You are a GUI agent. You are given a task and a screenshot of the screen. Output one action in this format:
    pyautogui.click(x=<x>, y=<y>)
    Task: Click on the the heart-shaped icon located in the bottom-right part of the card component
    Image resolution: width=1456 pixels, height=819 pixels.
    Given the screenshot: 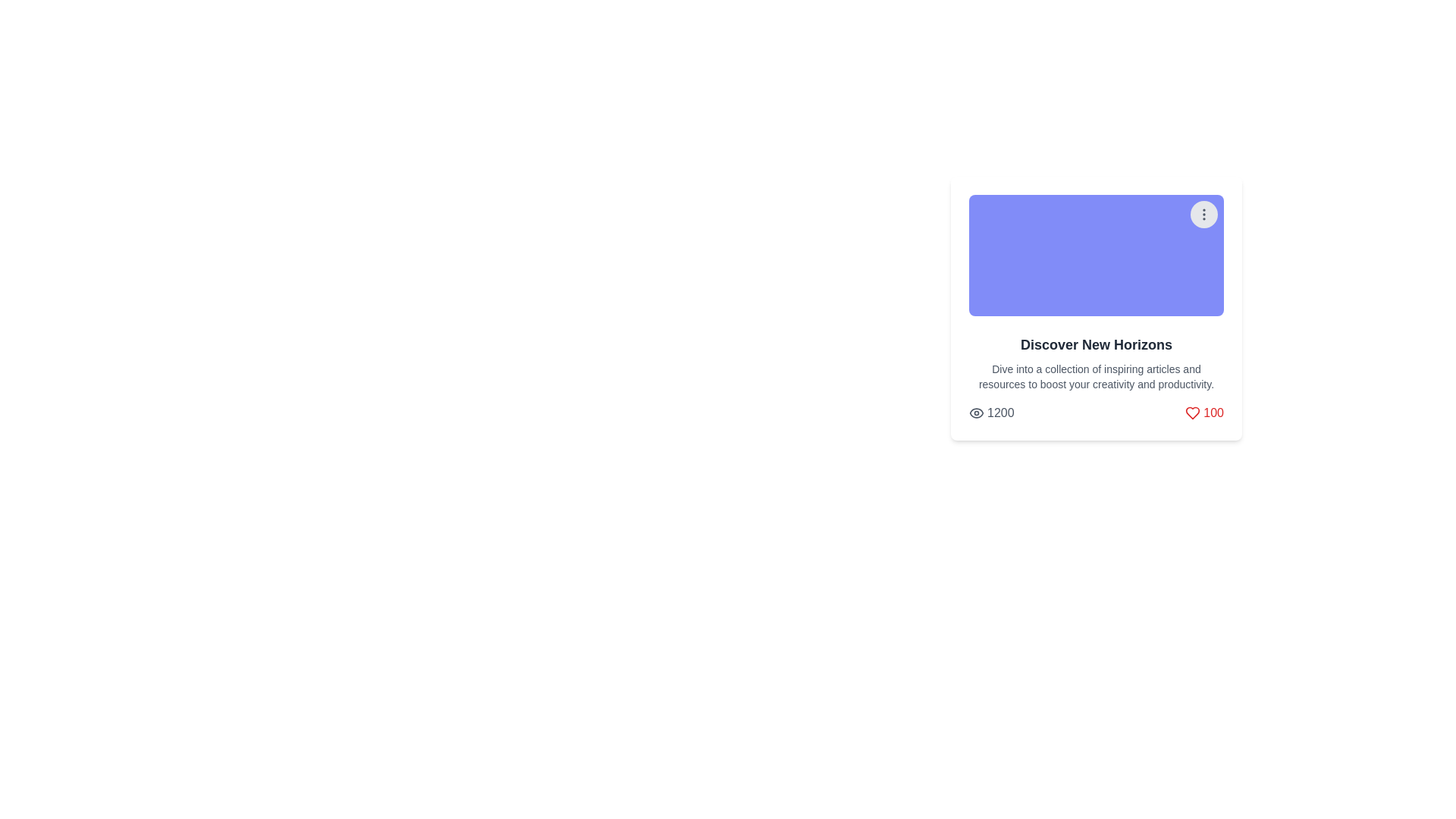 What is the action you would take?
    pyautogui.click(x=1192, y=413)
    